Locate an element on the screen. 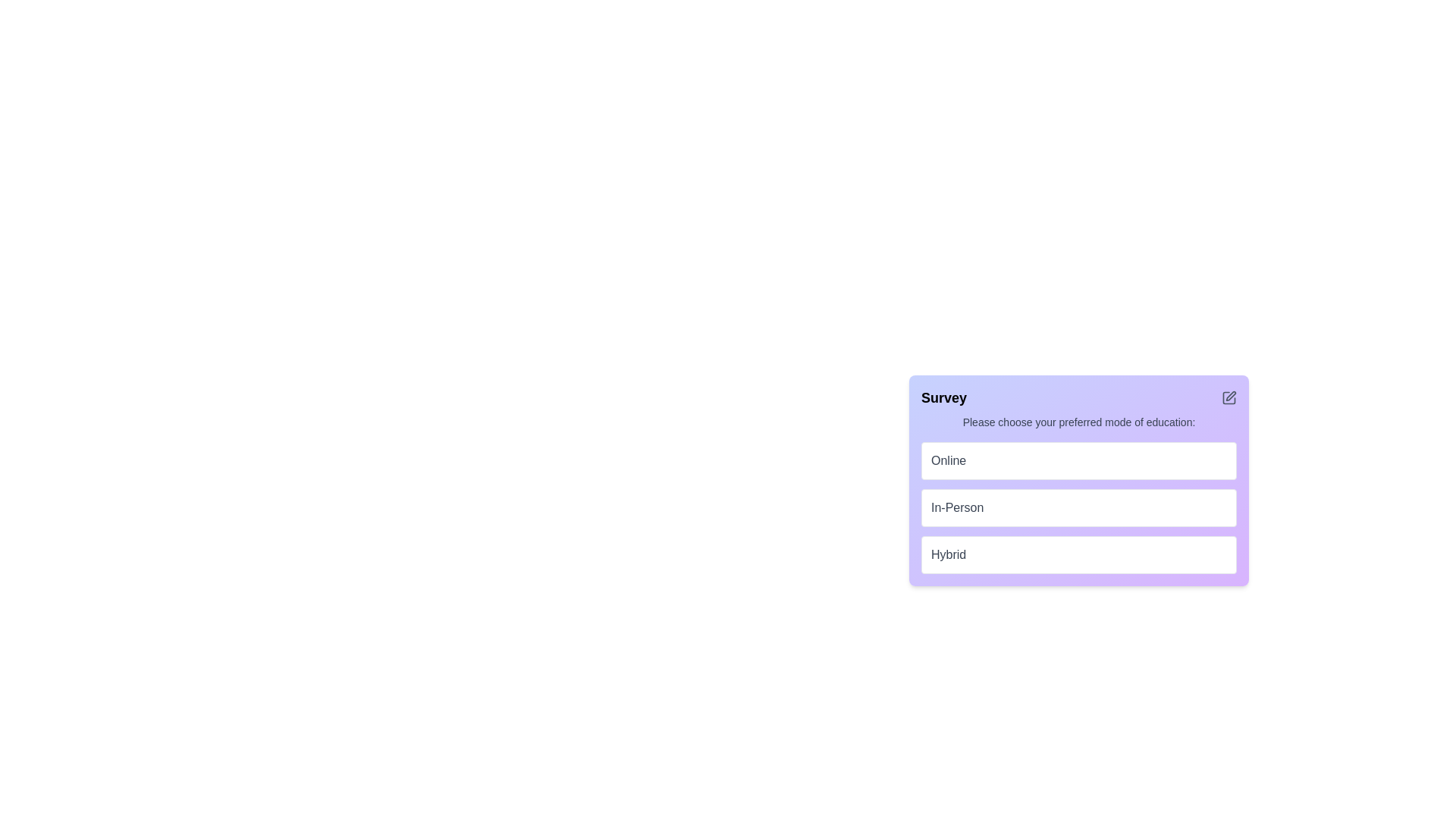 This screenshot has height=819, width=1456. the 'In-Person' button, which is the second button in a vertical list of three interactive choice buttons under the 'Please choose your preferred mode of education:' section in the 'Survey' card is located at coordinates (1078, 508).